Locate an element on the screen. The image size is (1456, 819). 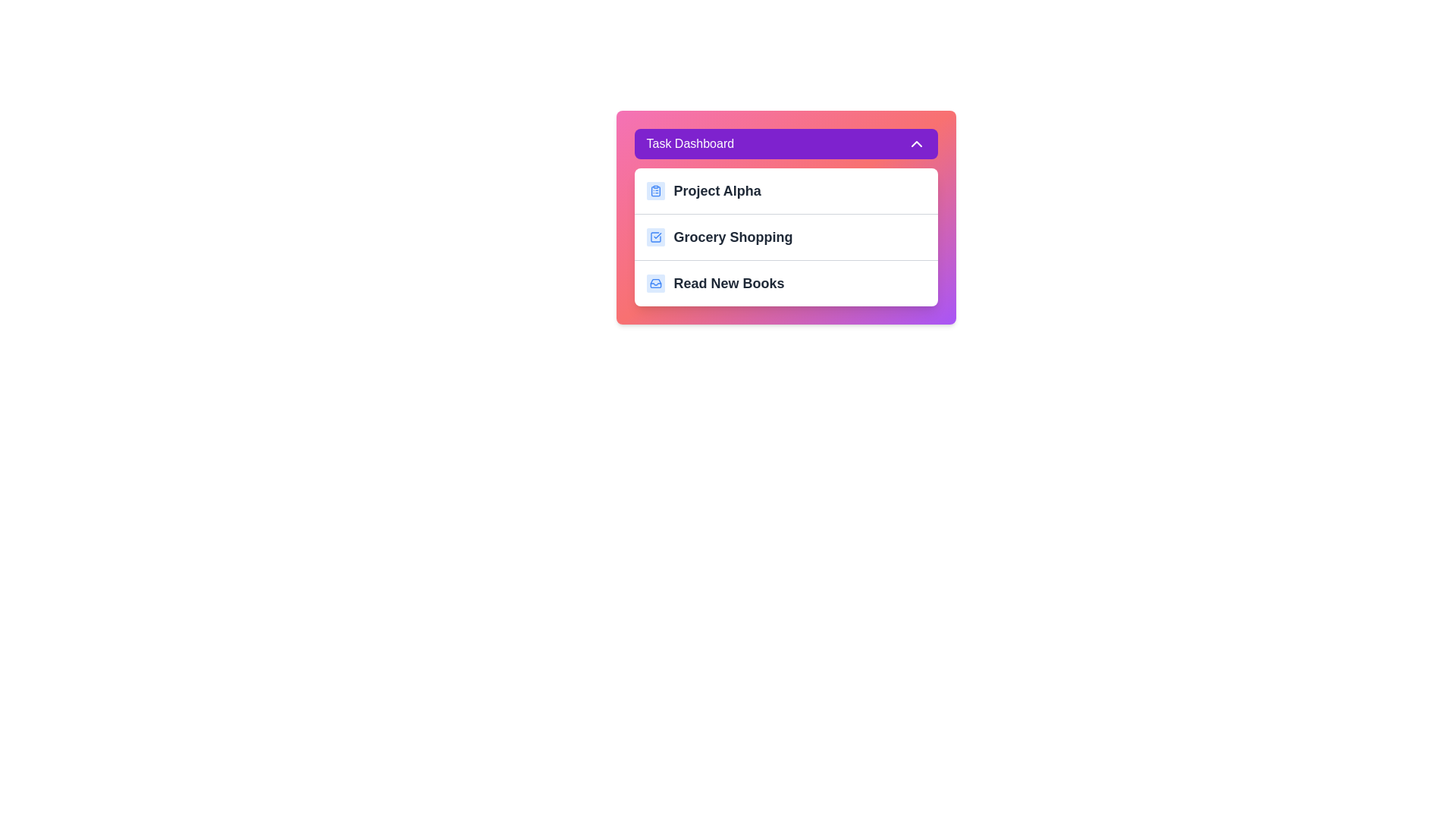
the blue checkmark SVG icon is located at coordinates (655, 237).